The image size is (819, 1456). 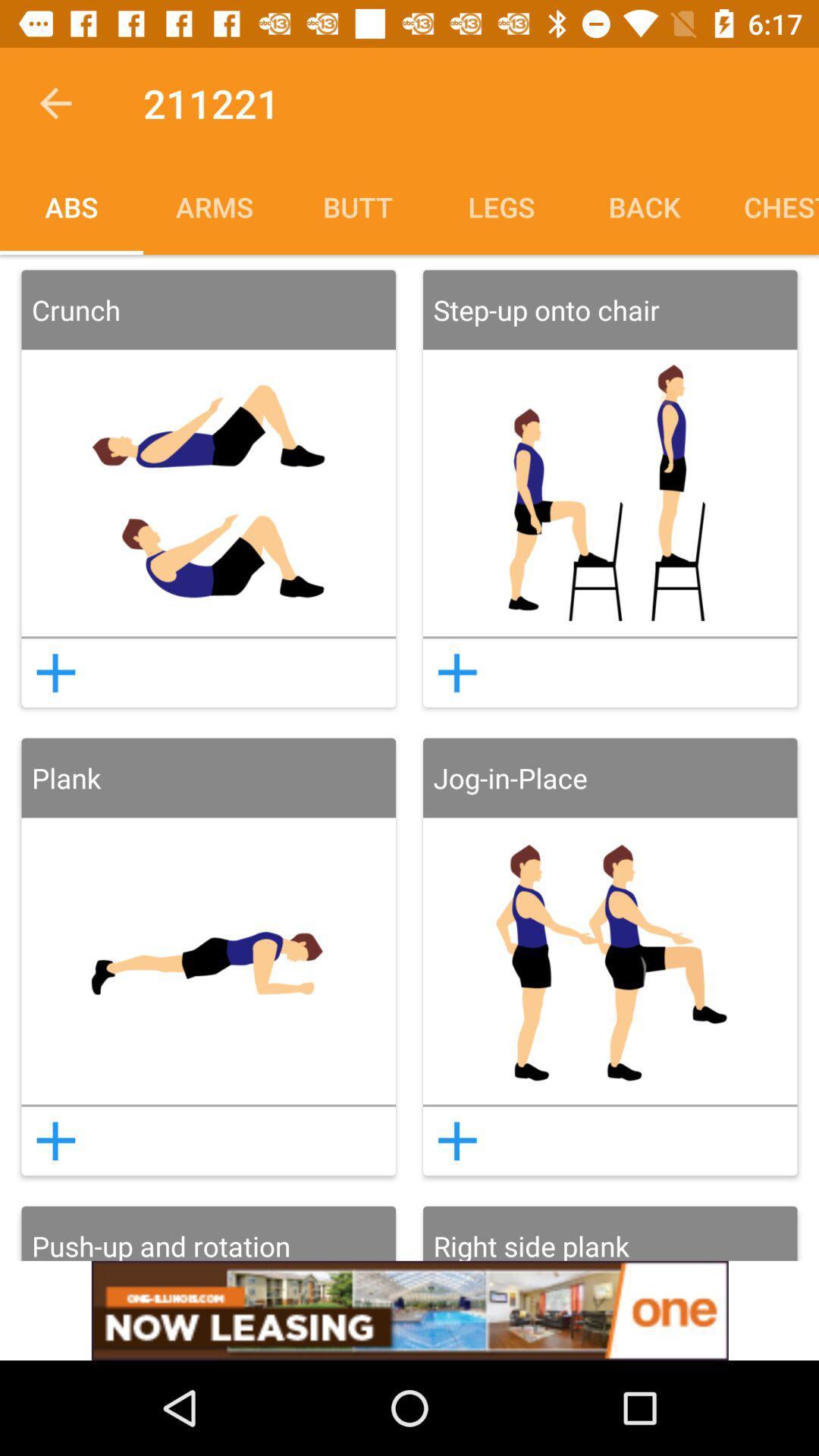 What do you see at coordinates (457, 1141) in the screenshot?
I see `page` at bounding box center [457, 1141].